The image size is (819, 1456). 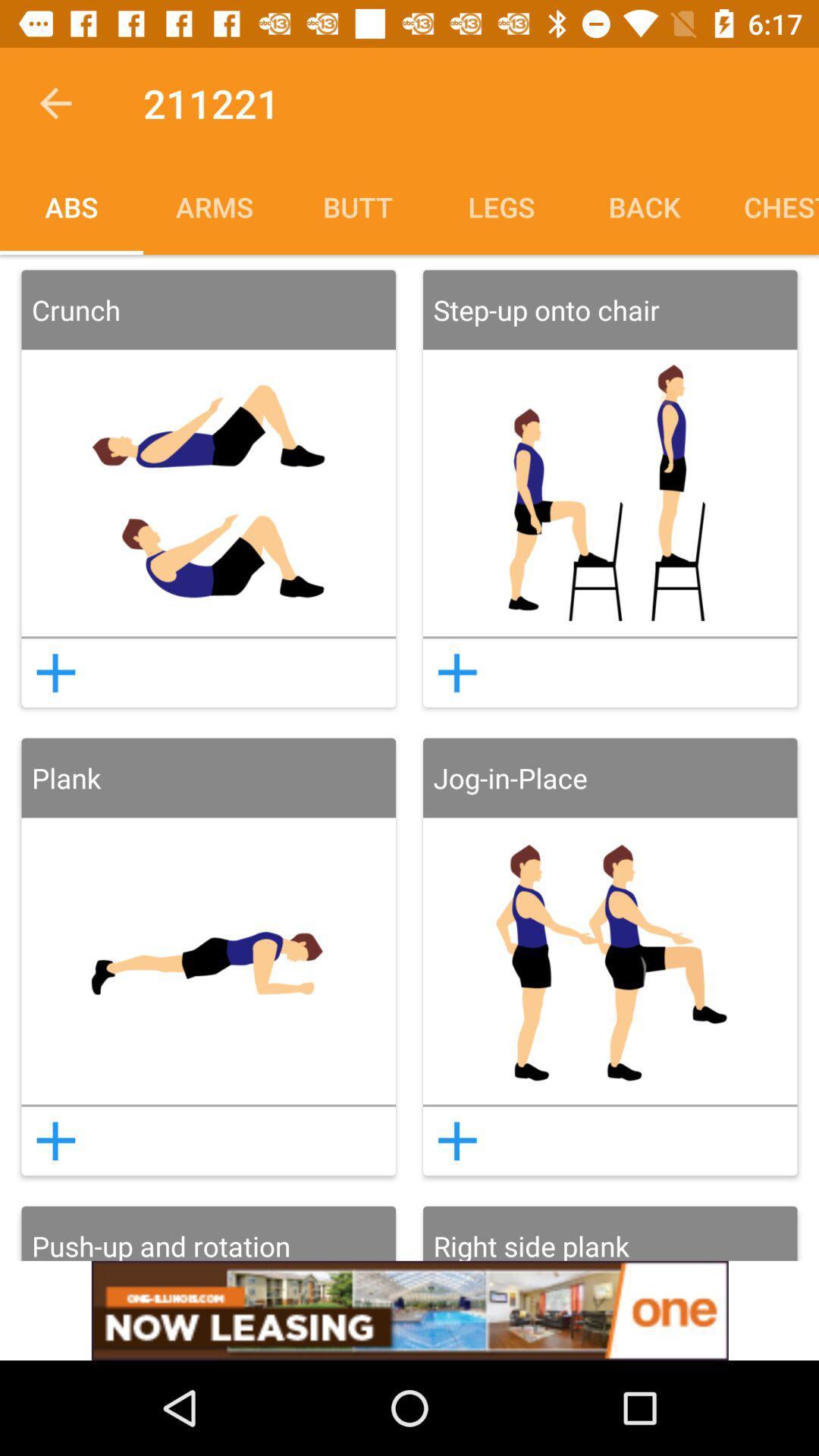 What do you see at coordinates (457, 1141) in the screenshot?
I see `page` at bounding box center [457, 1141].